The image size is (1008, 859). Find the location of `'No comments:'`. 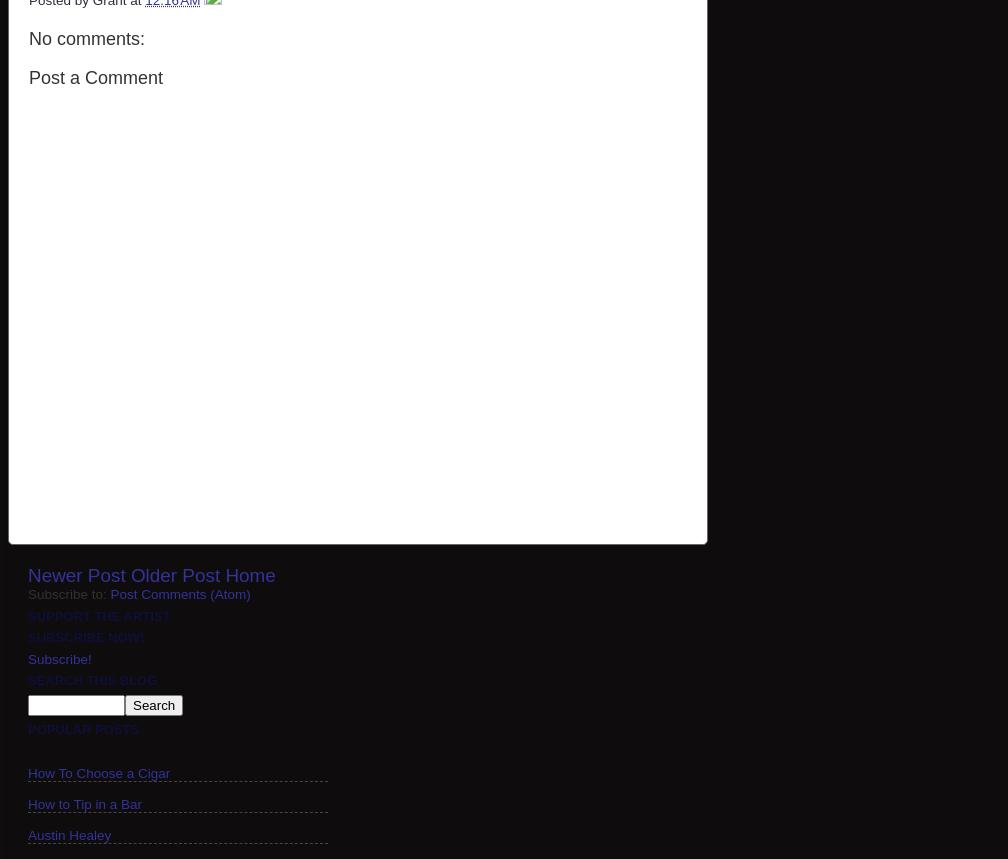

'No comments:' is located at coordinates (86, 38).